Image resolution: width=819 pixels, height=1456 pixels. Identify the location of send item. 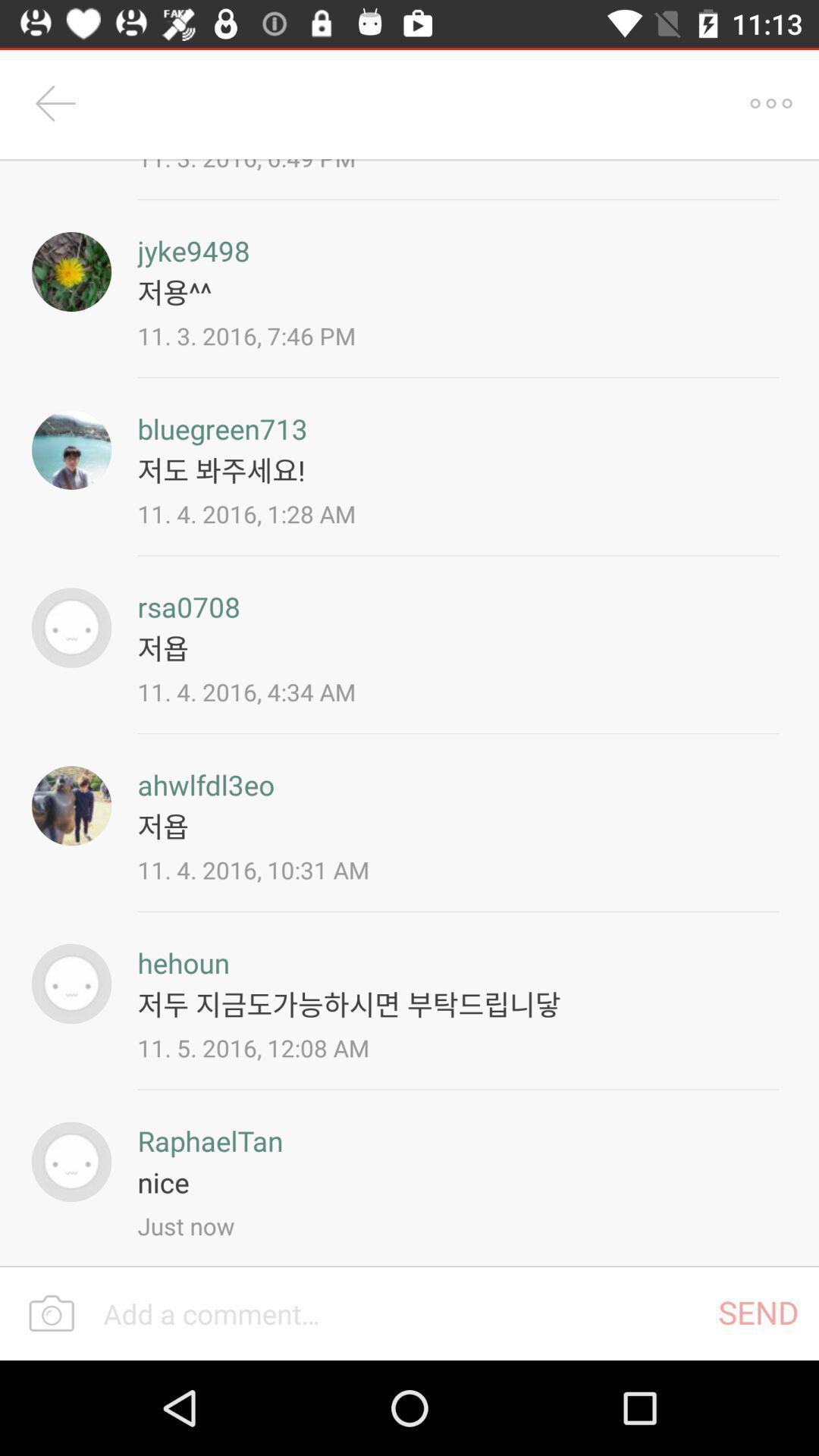
(758, 1311).